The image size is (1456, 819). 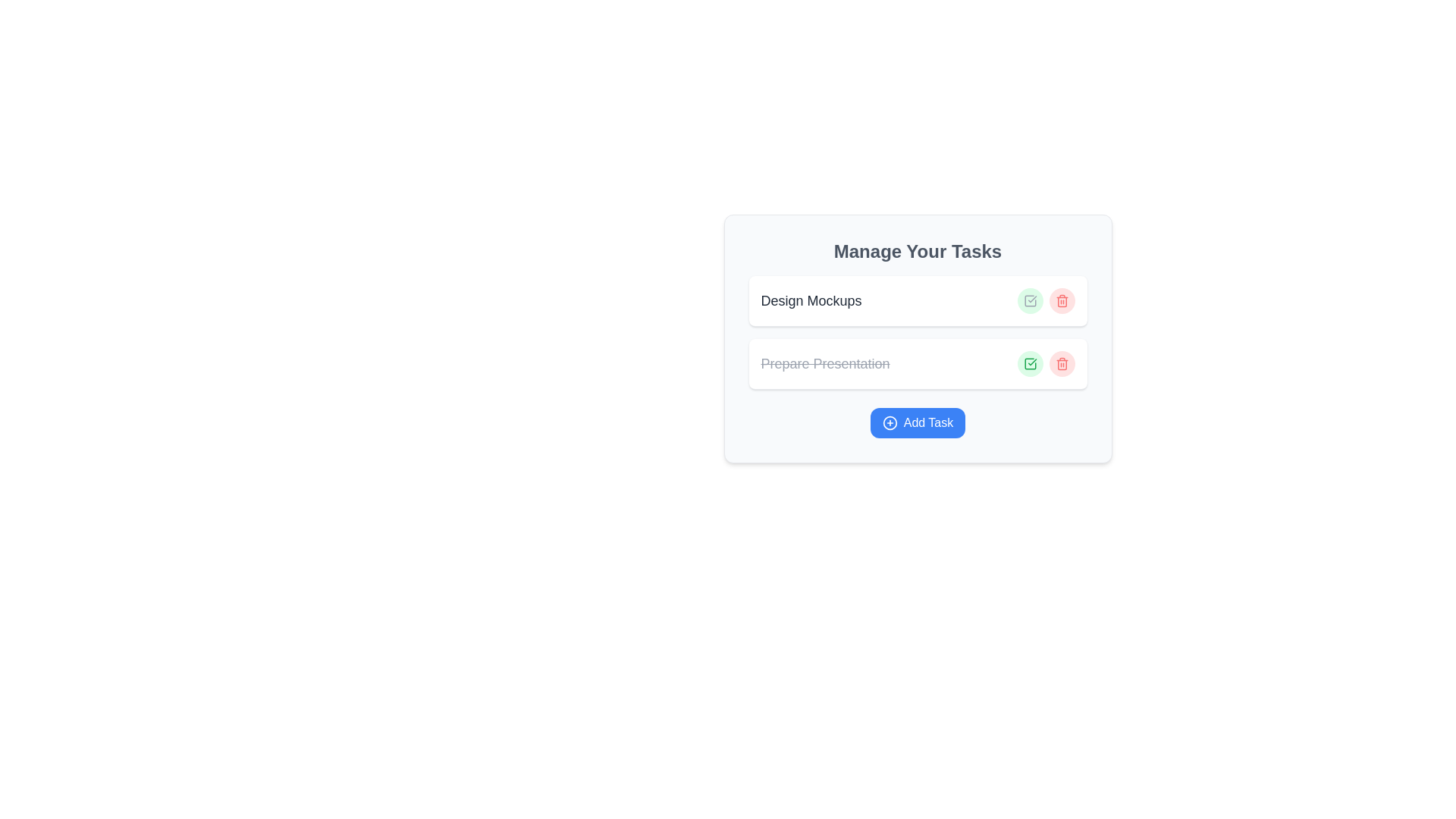 What do you see at coordinates (1061, 363) in the screenshot?
I see `the delete button with an SVG icon located on the right side of the second task in the task manager interface` at bounding box center [1061, 363].